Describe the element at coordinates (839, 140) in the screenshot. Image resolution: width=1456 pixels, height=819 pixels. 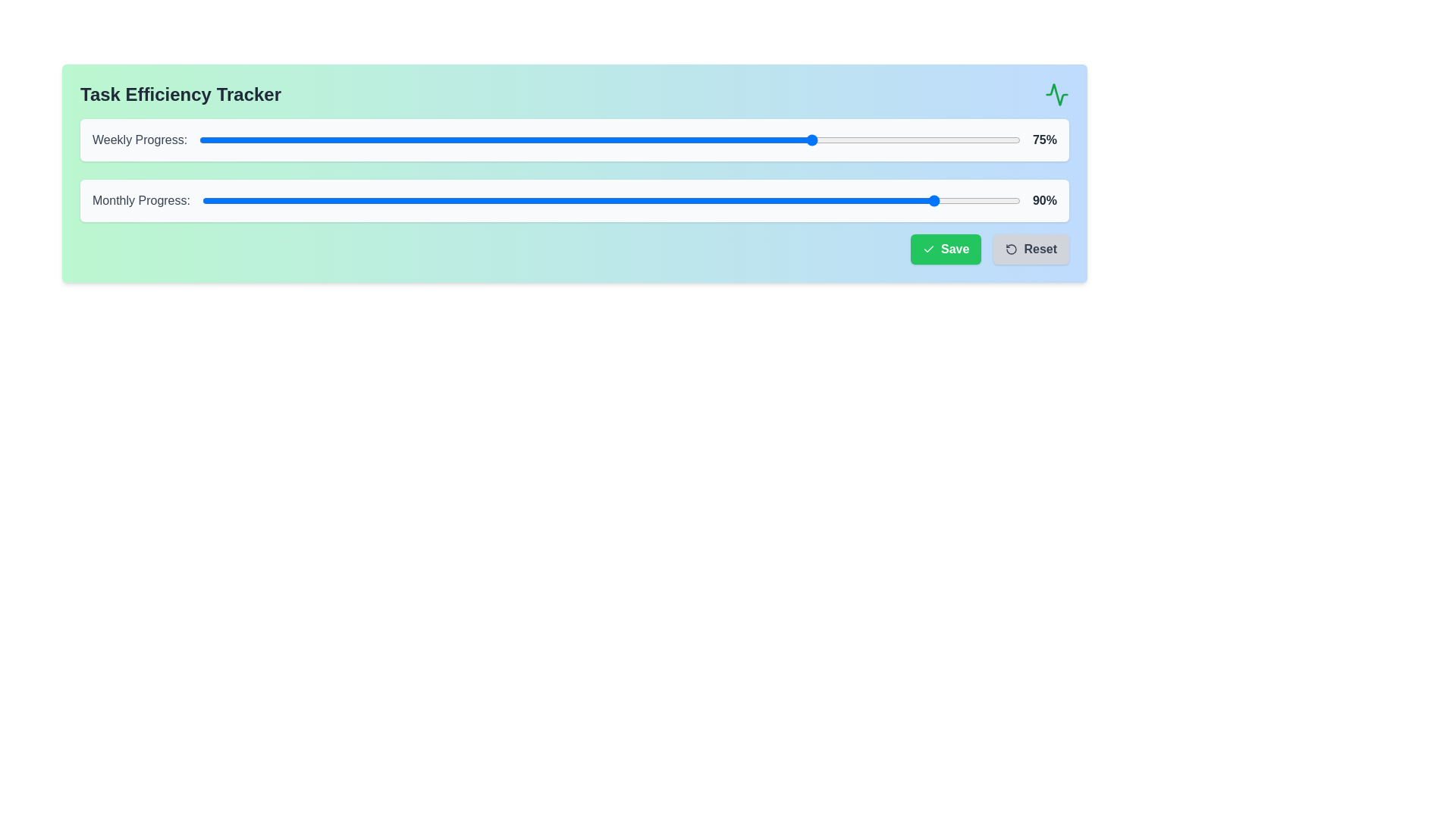
I see `the Weekly Progress slider to 78%` at that location.